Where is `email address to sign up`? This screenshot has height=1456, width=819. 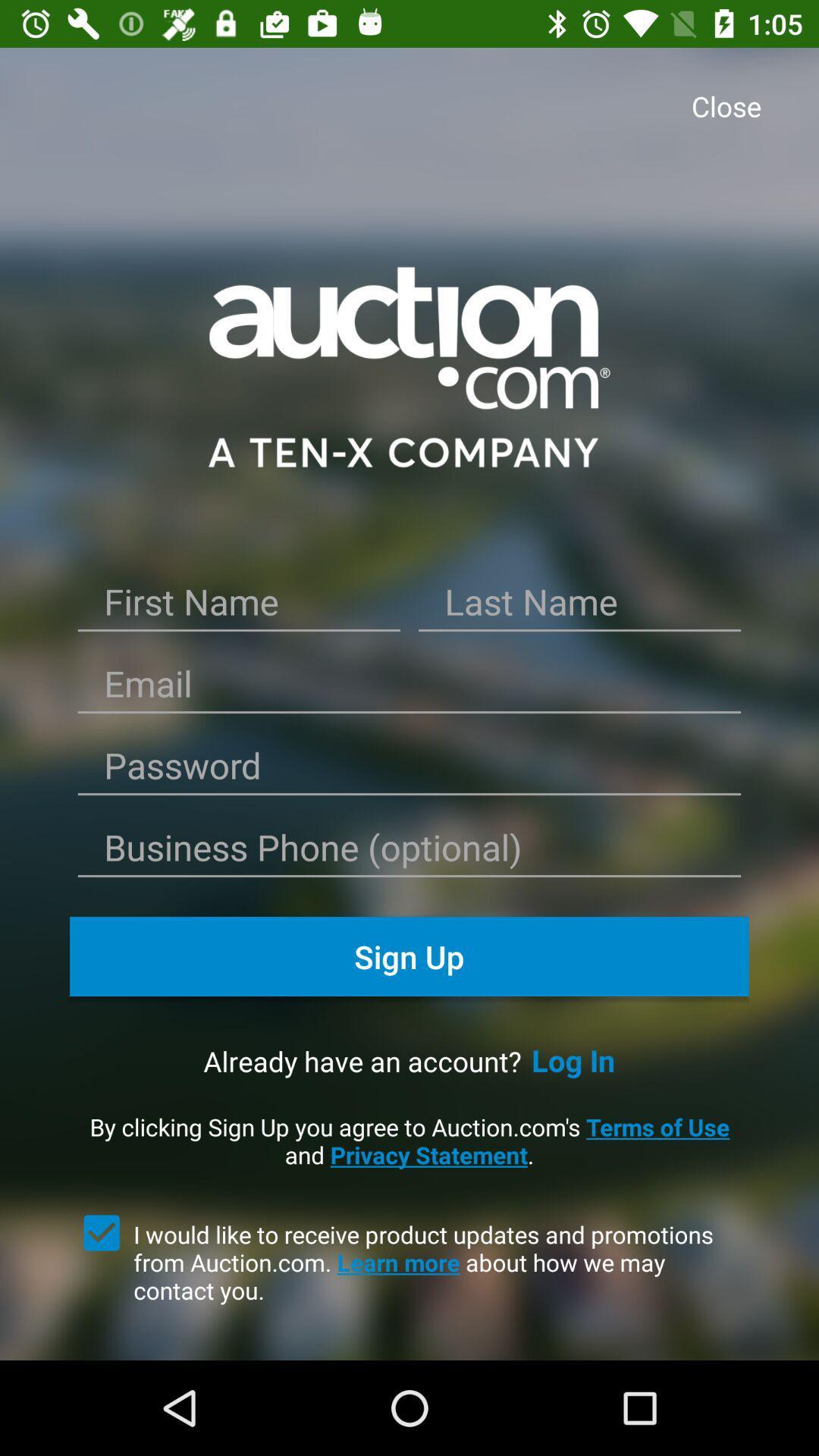 email address to sign up is located at coordinates (409, 688).